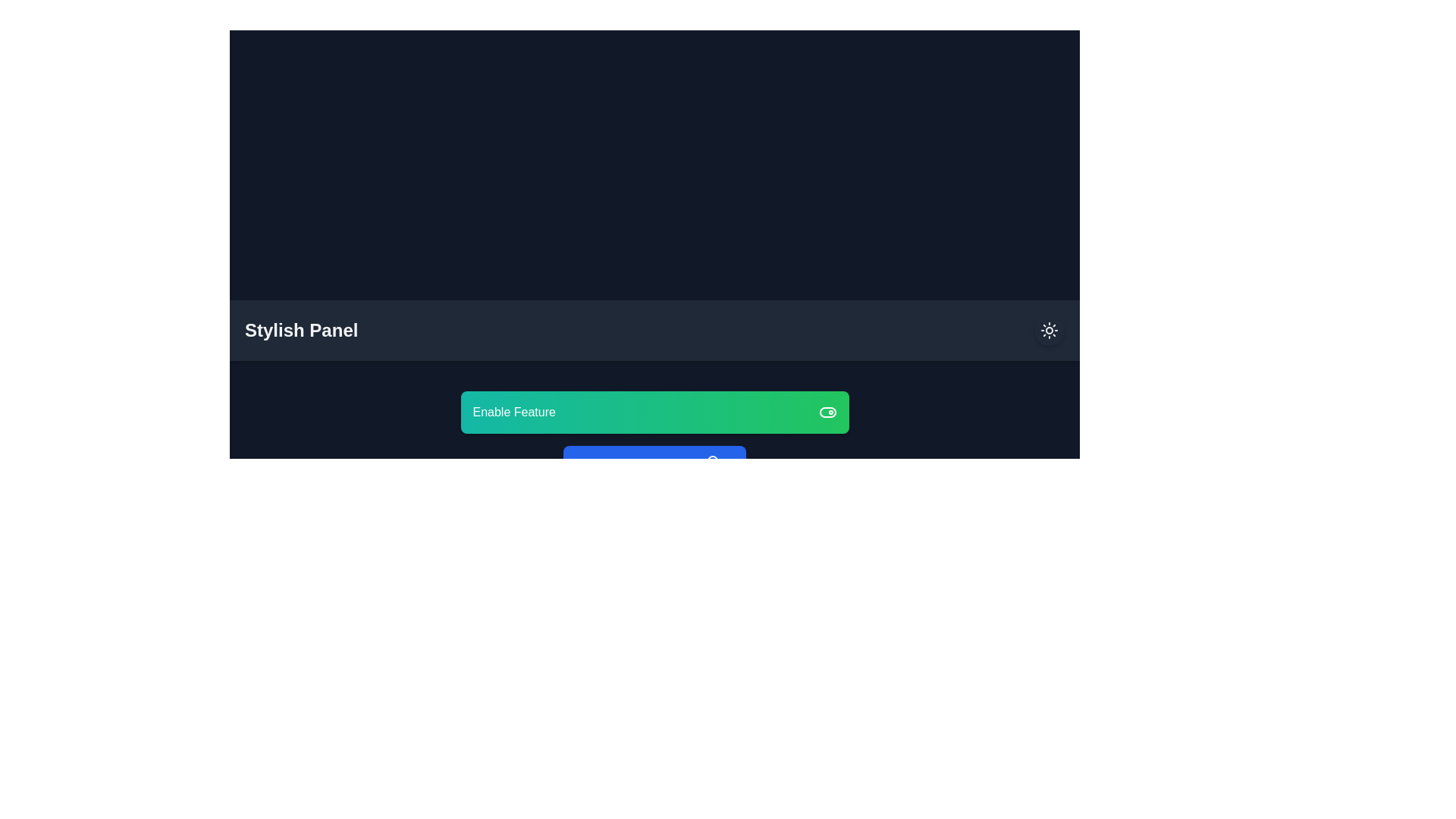 The width and height of the screenshot is (1456, 819). What do you see at coordinates (712, 461) in the screenshot?
I see `the notification indicator represented by a vector graphic shape in the upper section of the interface` at bounding box center [712, 461].